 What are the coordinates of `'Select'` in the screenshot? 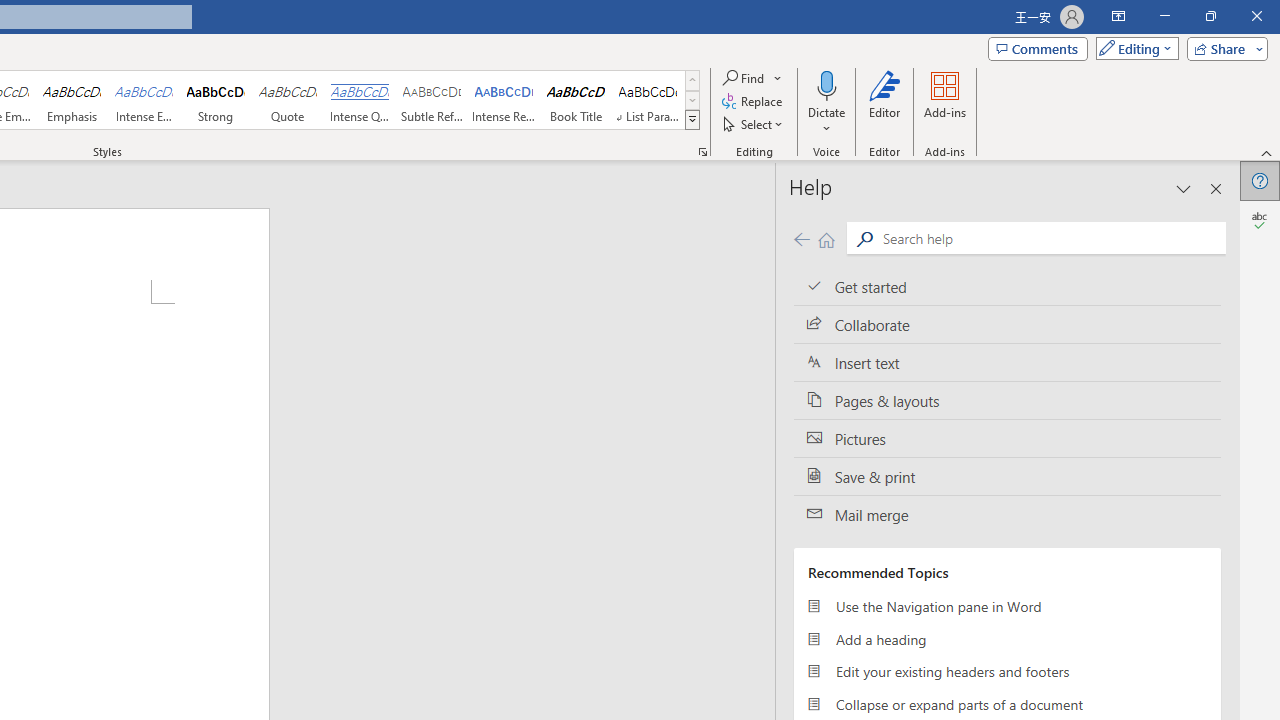 It's located at (753, 124).